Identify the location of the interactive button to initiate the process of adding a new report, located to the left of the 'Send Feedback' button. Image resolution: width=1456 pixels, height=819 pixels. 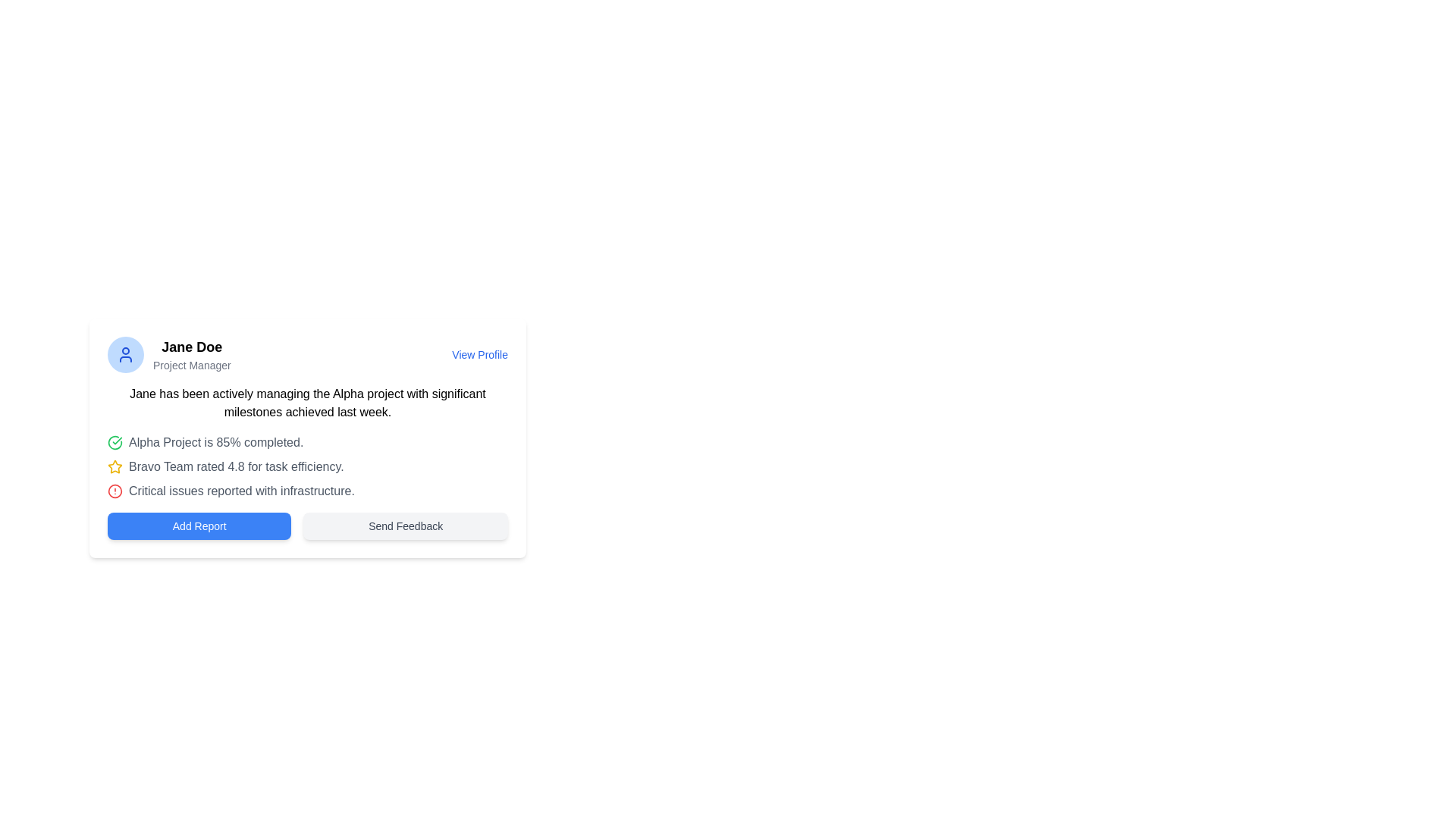
(199, 526).